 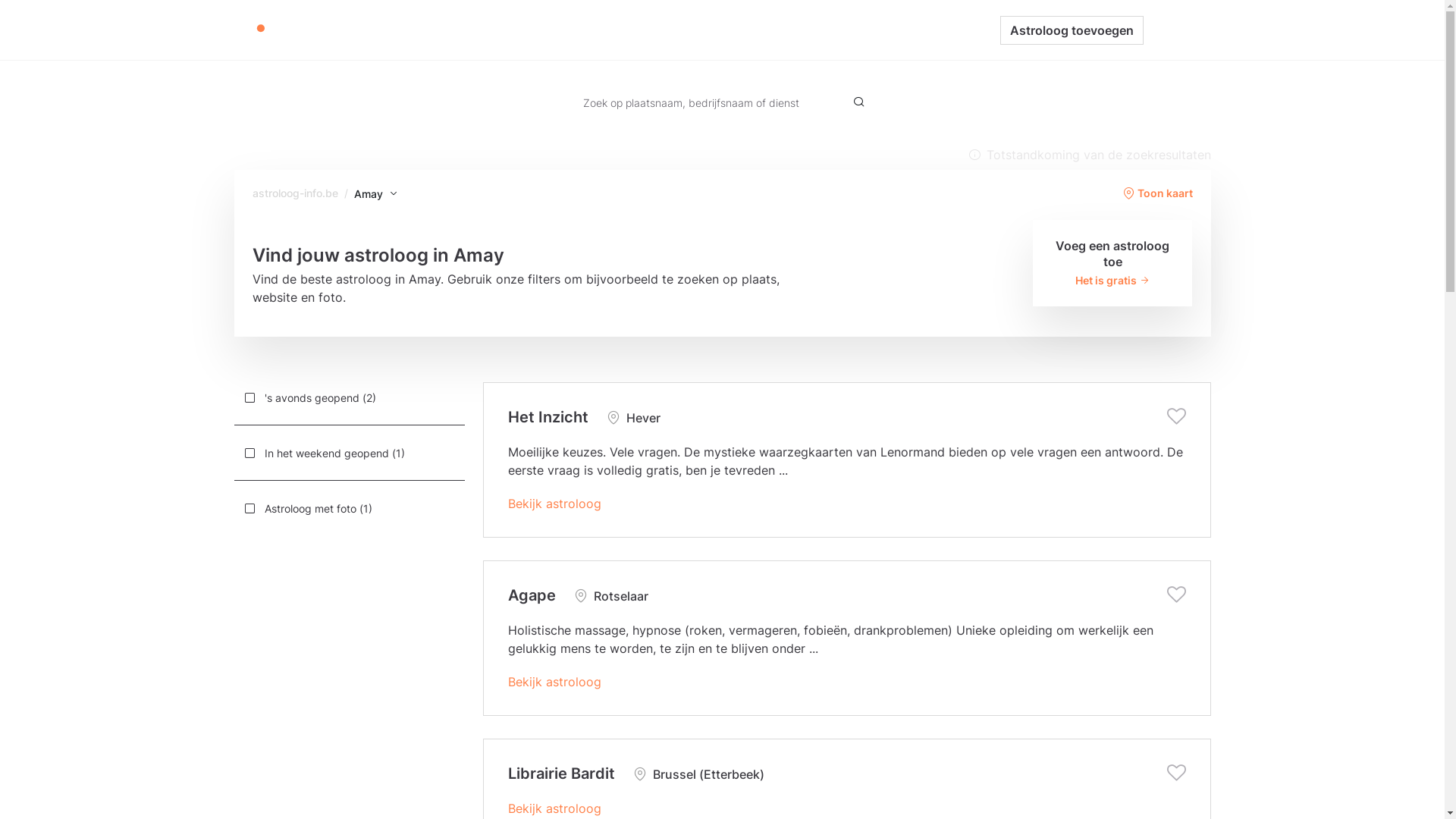 I want to click on 'Librairie Bardit', so click(x=560, y=773).